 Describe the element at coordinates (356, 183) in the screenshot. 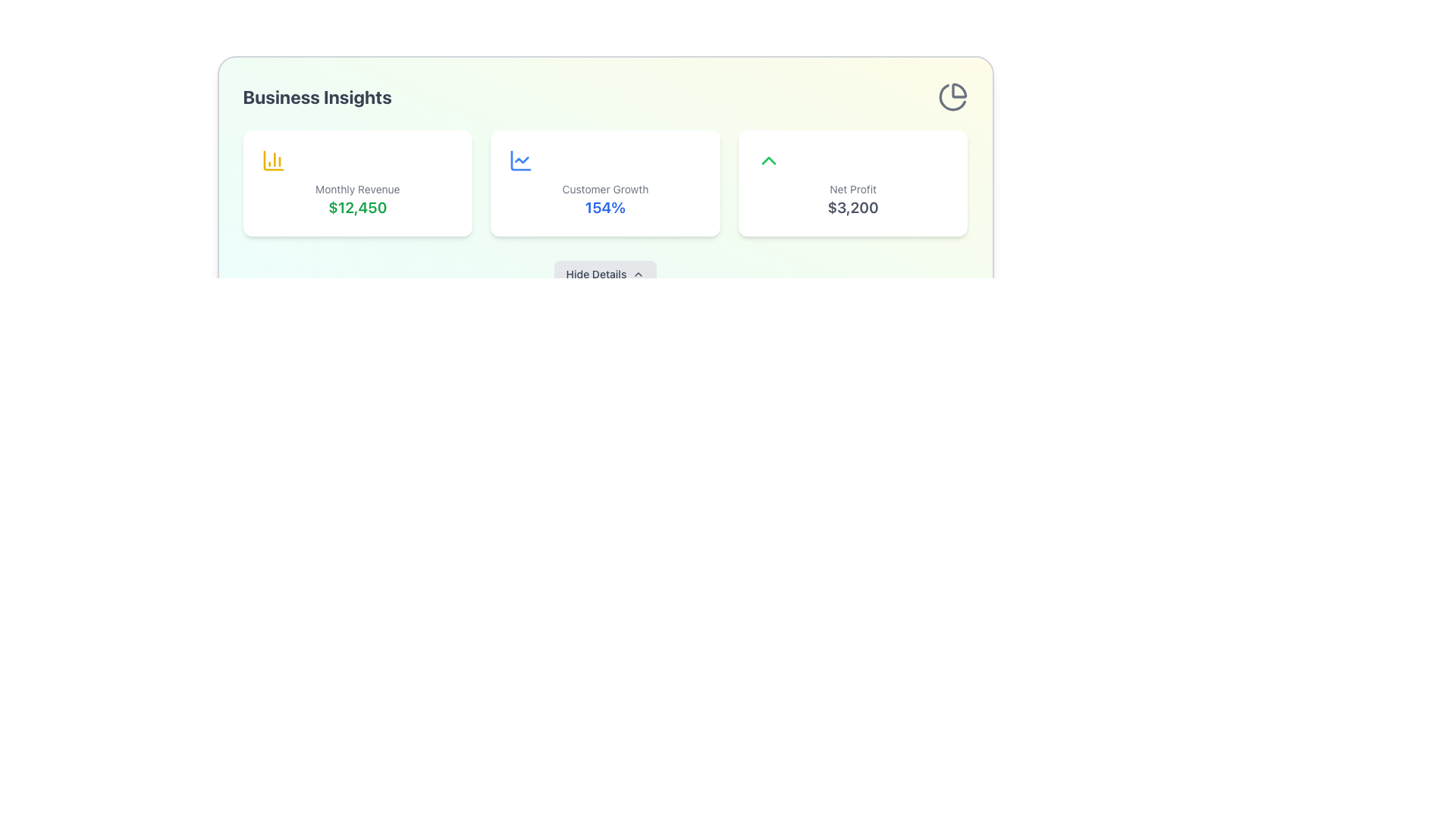

I see `information displayed on the Informative Card showing 'Monthly Revenue' with the value '$12,450', which is the leftmost card in a three-card layout` at that location.